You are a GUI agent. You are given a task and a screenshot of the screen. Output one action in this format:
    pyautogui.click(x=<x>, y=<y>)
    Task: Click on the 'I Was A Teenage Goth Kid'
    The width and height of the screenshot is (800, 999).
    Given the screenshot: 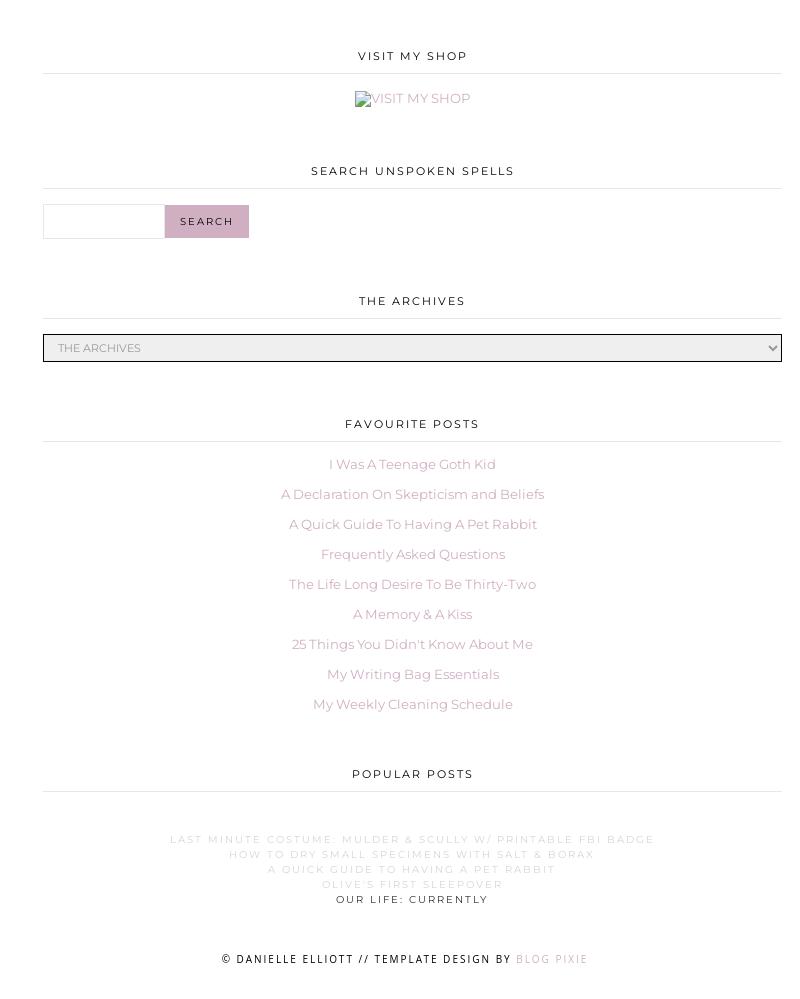 What is the action you would take?
    pyautogui.click(x=412, y=464)
    